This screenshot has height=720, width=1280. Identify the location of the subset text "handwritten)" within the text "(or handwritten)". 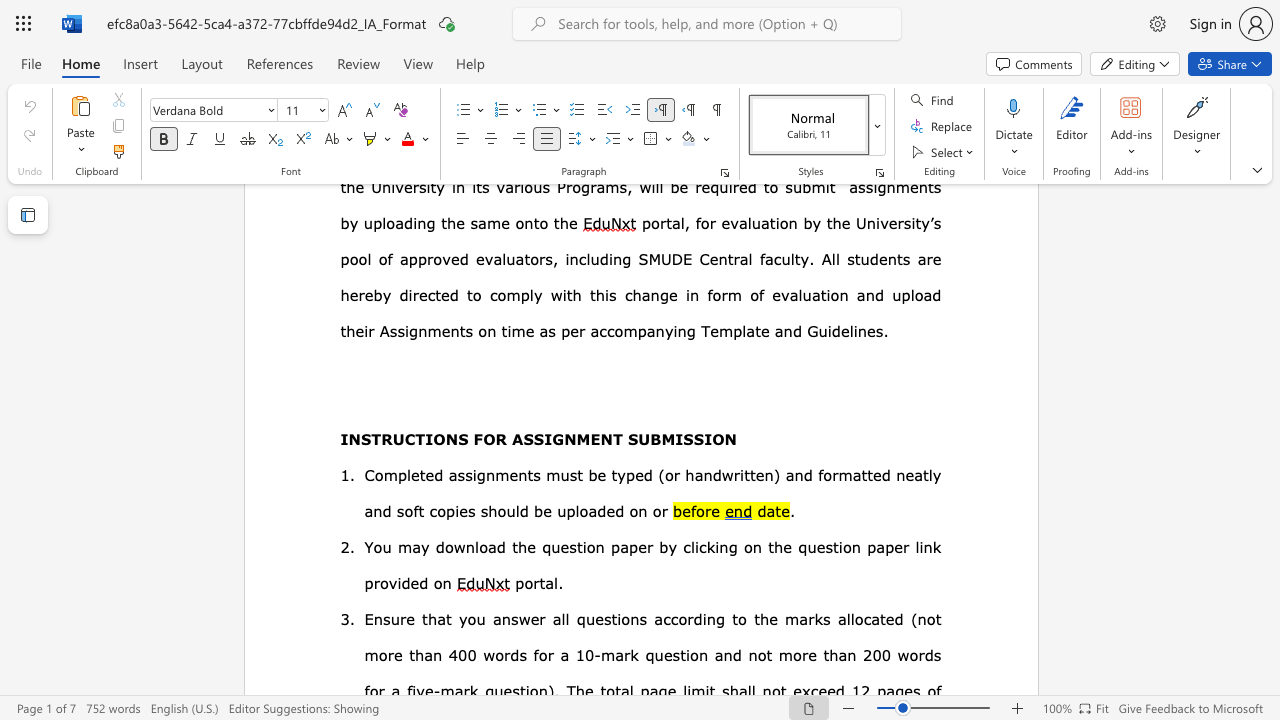
(685, 474).